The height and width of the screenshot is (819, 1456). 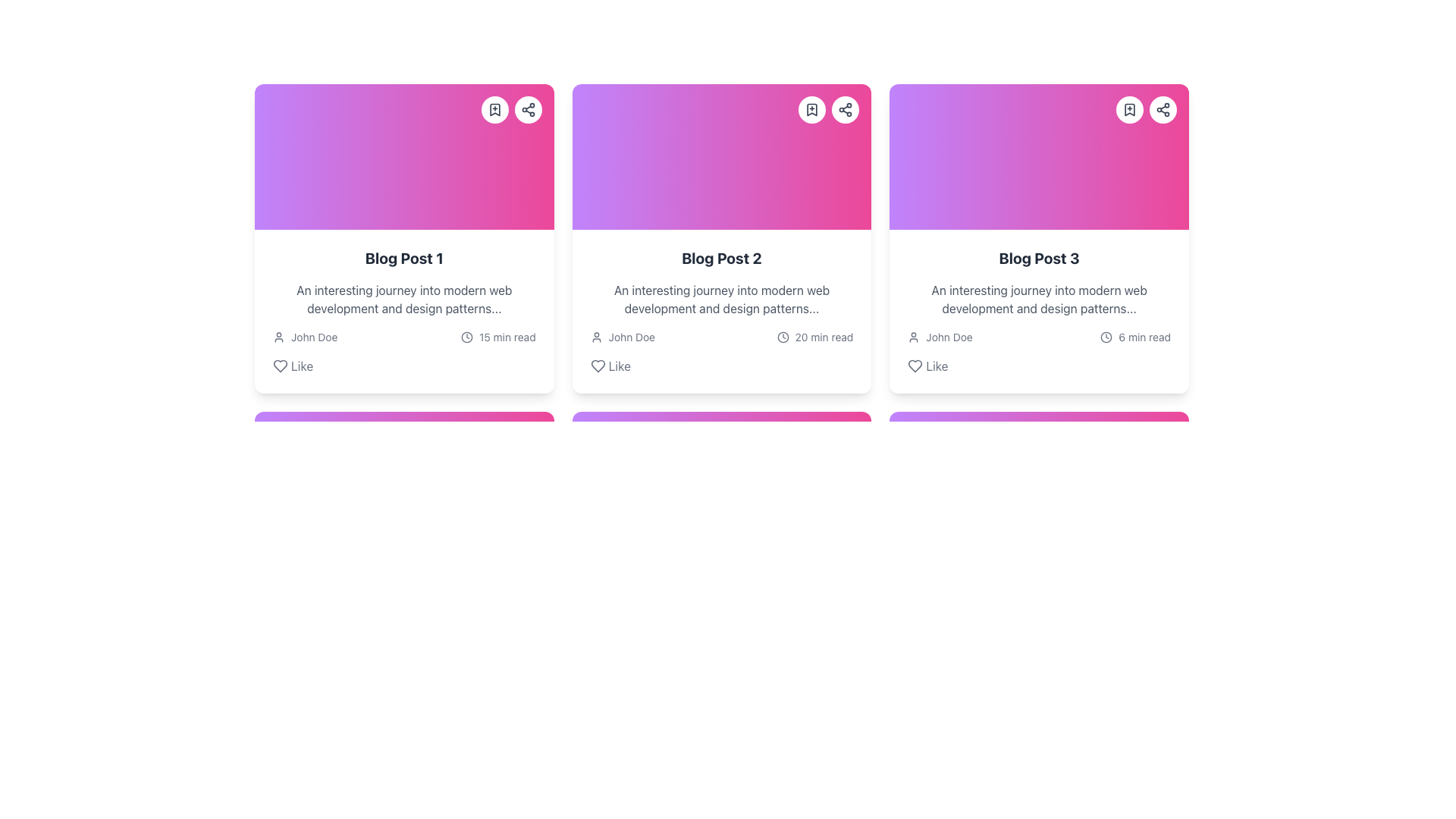 I want to click on the text label that indicates the estimated reading time, located in the lower-right of the first card from the left in a horizontal set of cards, so click(x=507, y=336).